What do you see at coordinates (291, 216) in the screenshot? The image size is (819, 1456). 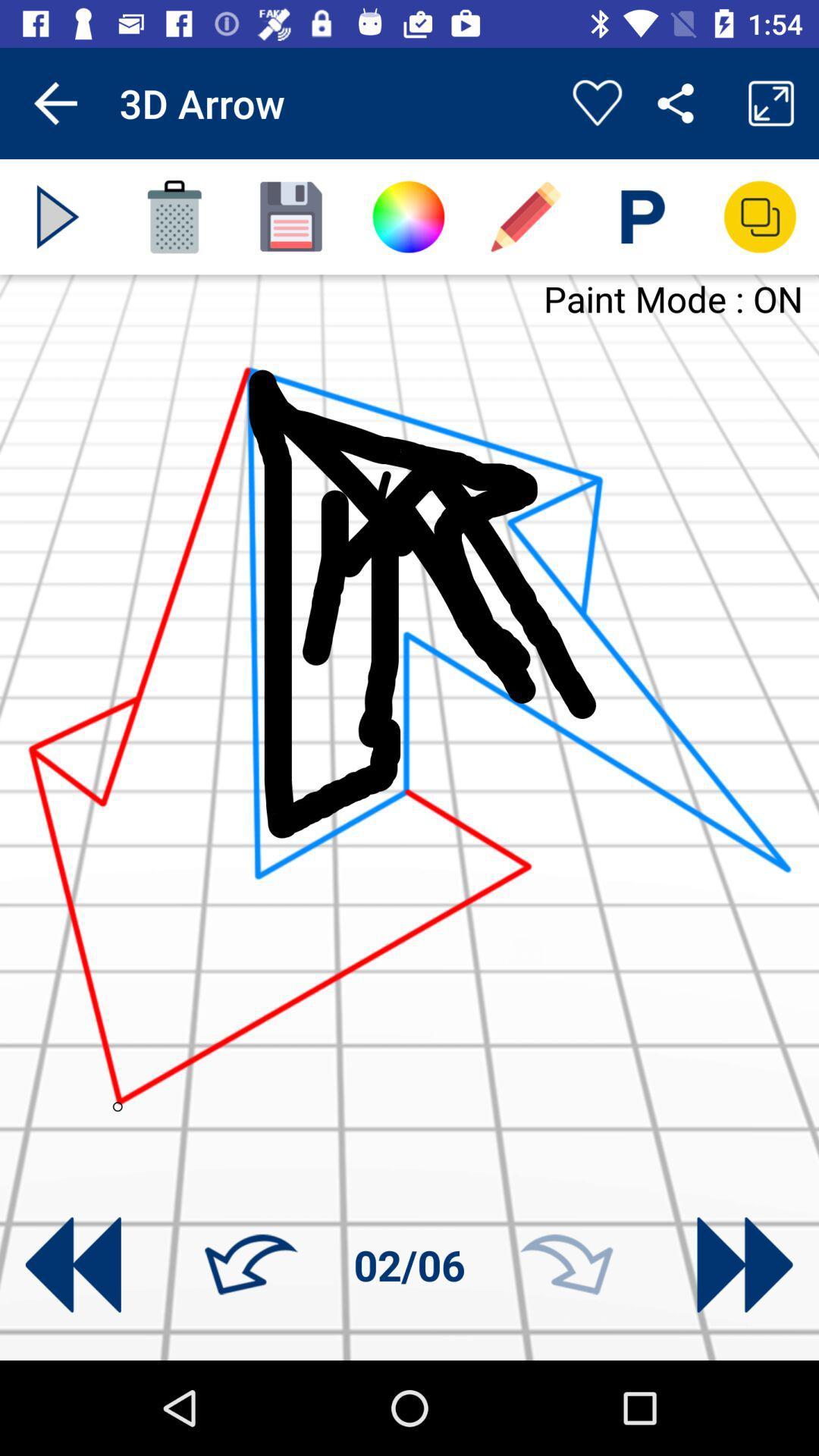 I see `save` at bounding box center [291, 216].